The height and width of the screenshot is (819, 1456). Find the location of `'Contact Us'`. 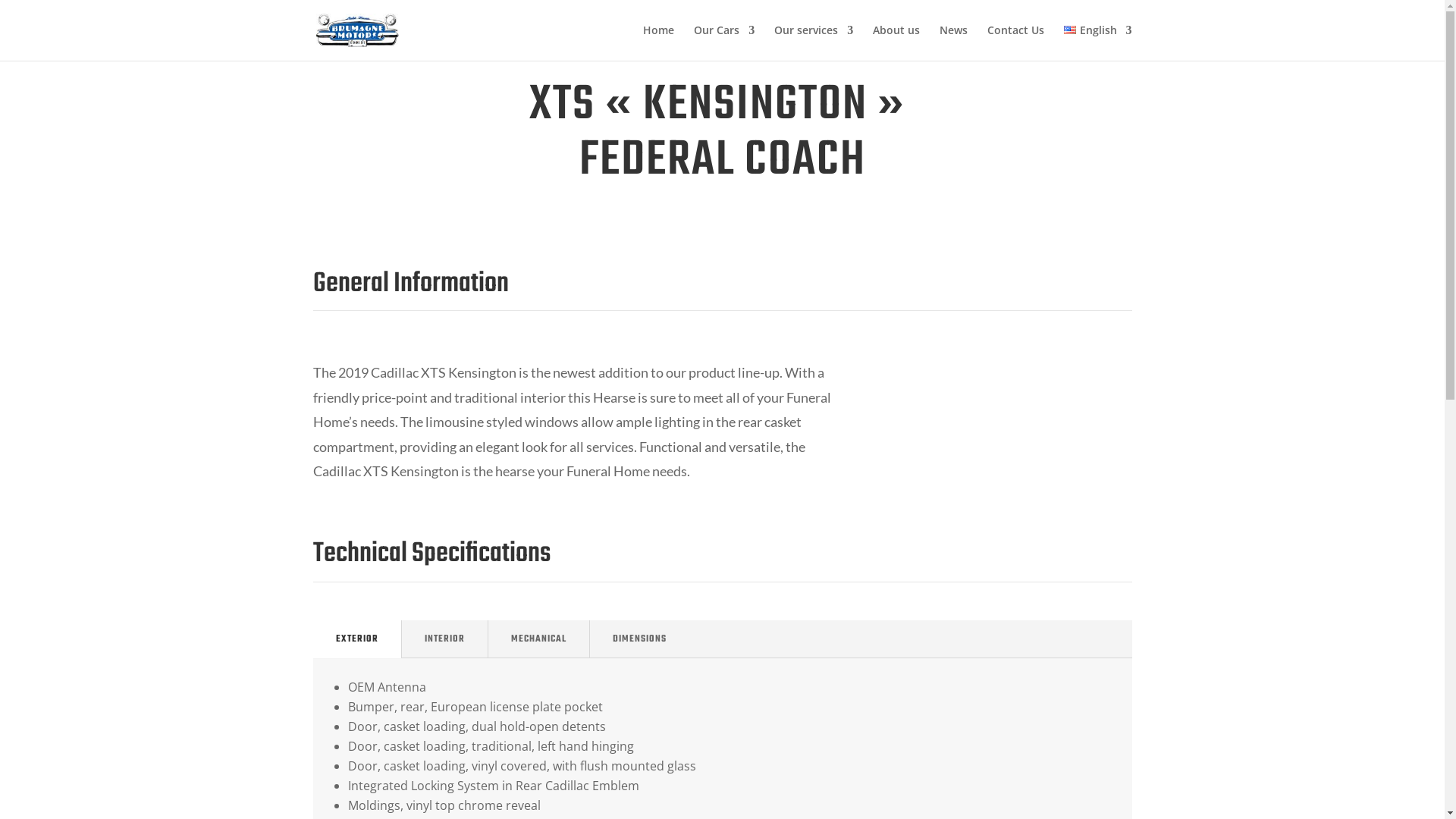

'Contact Us' is located at coordinates (1015, 42).